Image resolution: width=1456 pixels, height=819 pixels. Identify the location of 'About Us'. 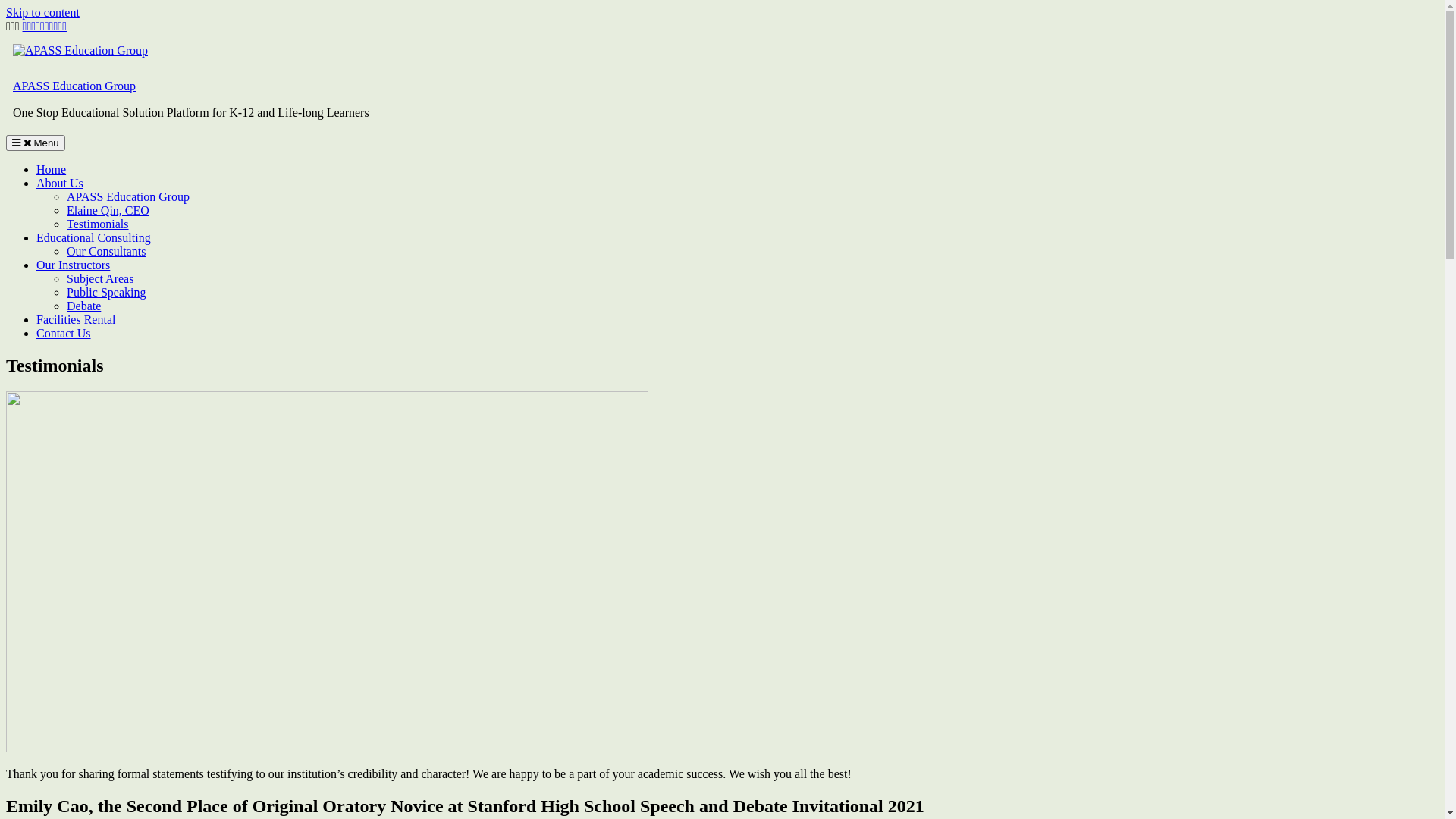
(59, 182).